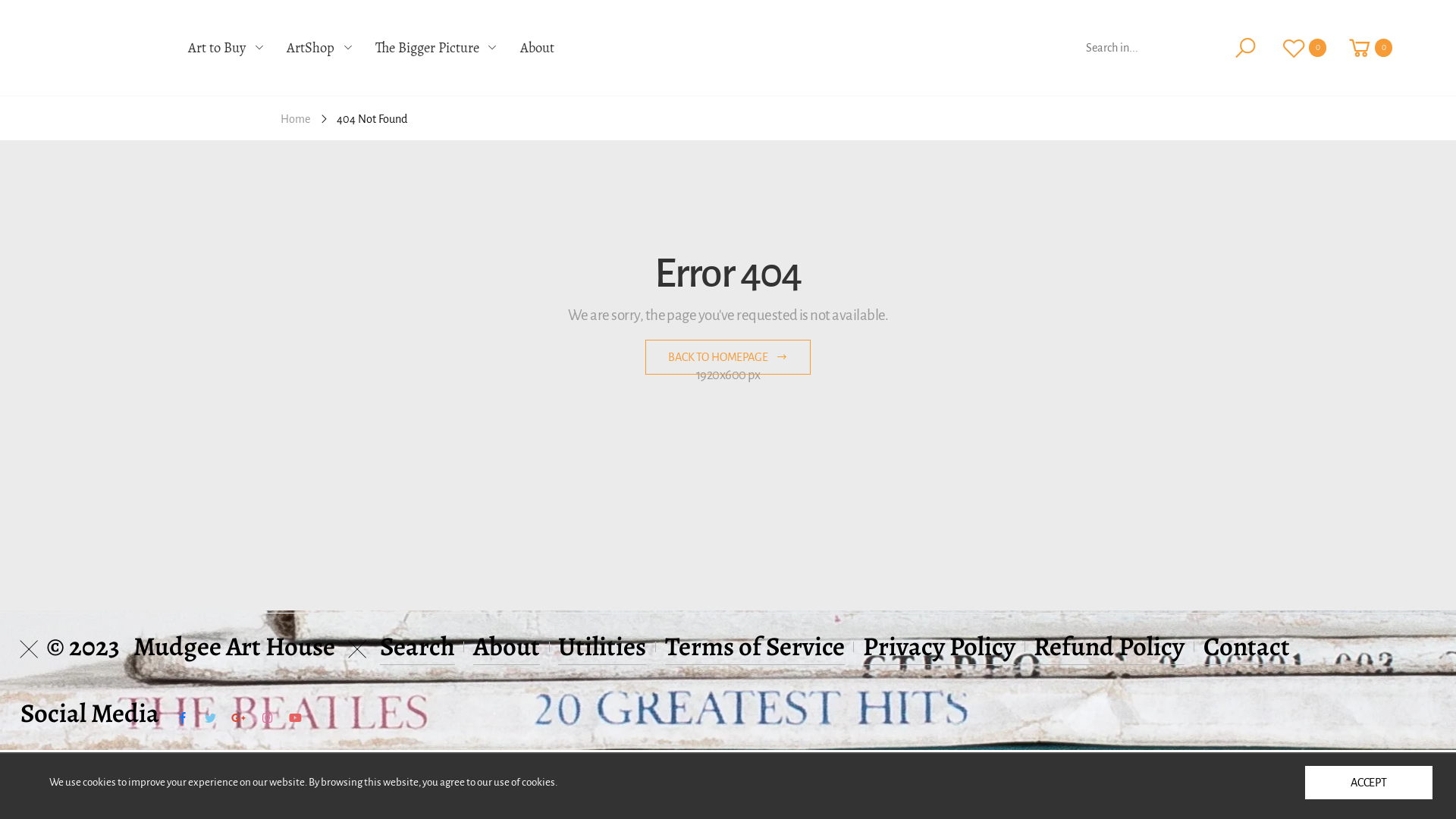 This screenshot has width=1456, height=819. What do you see at coordinates (1368, 783) in the screenshot?
I see `'ACCEPT'` at bounding box center [1368, 783].